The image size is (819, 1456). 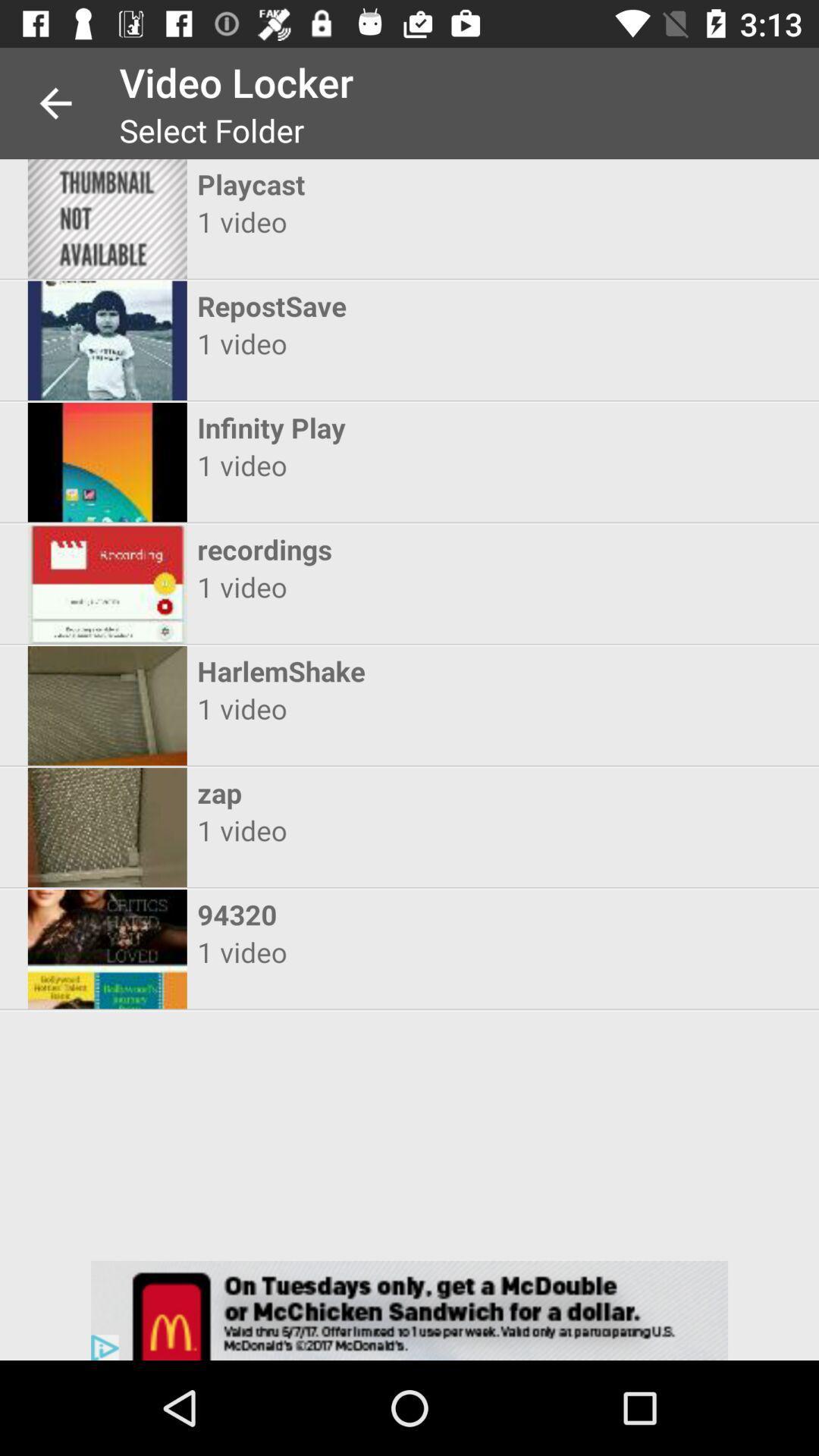 I want to click on the last option, so click(x=107, y=949).